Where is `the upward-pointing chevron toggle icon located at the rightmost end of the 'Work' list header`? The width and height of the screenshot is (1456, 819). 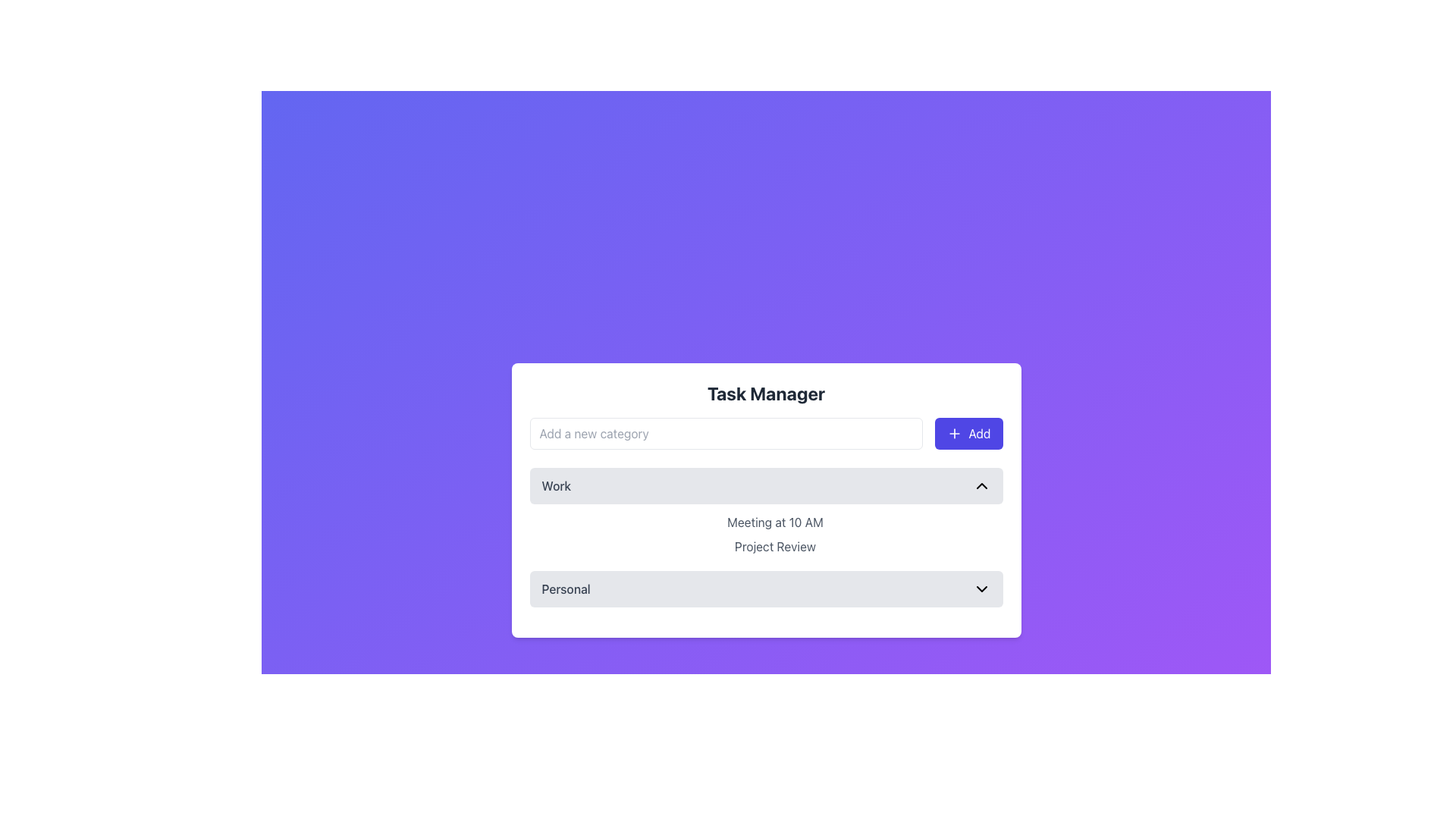
the upward-pointing chevron toggle icon located at the rightmost end of the 'Work' list header is located at coordinates (981, 485).